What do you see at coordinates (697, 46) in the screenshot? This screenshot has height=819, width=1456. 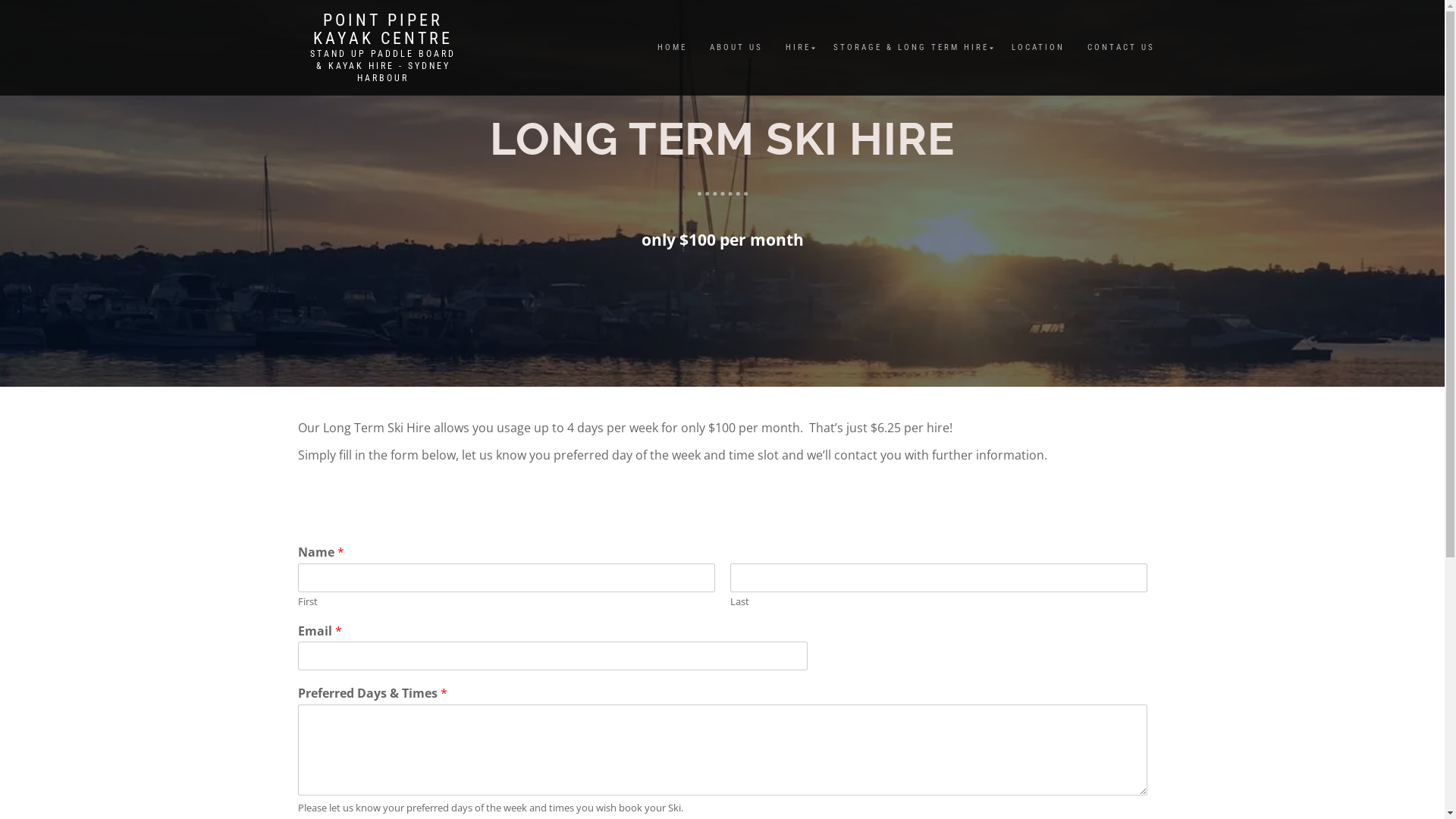 I see `'ABOUT US'` at bounding box center [697, 46].